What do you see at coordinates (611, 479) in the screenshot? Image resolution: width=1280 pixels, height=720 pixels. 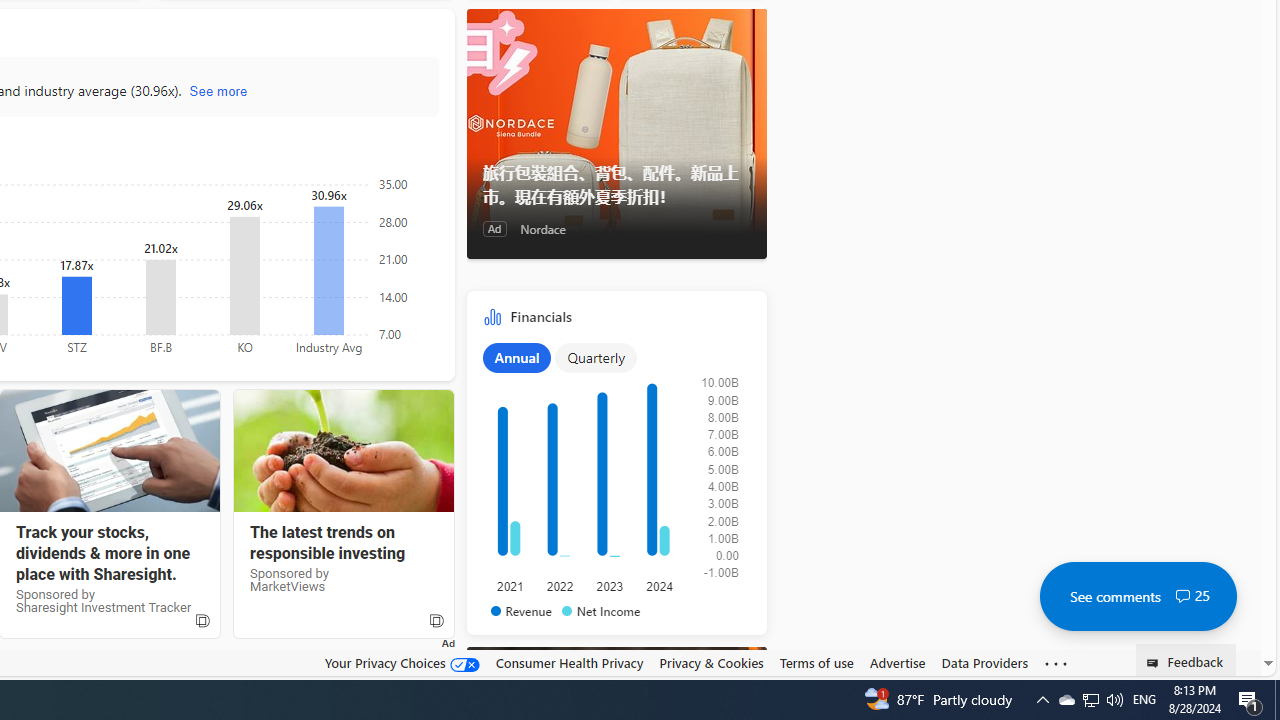 I see `'Class: chartOuter-DS-EntryPoint1-1'` at bounding box center [611, 479].